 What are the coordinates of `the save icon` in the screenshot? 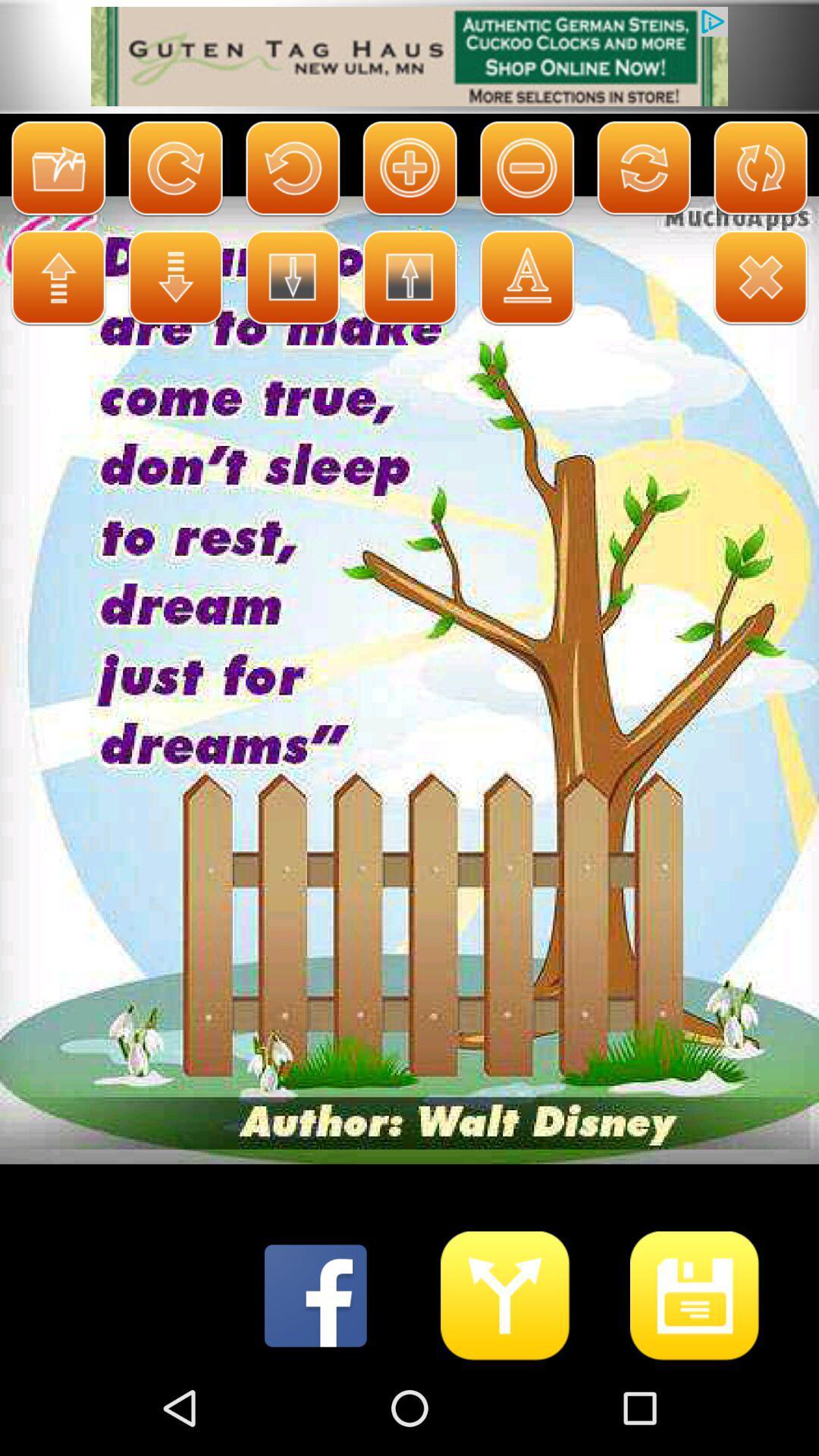 It's located at (695, 1386).